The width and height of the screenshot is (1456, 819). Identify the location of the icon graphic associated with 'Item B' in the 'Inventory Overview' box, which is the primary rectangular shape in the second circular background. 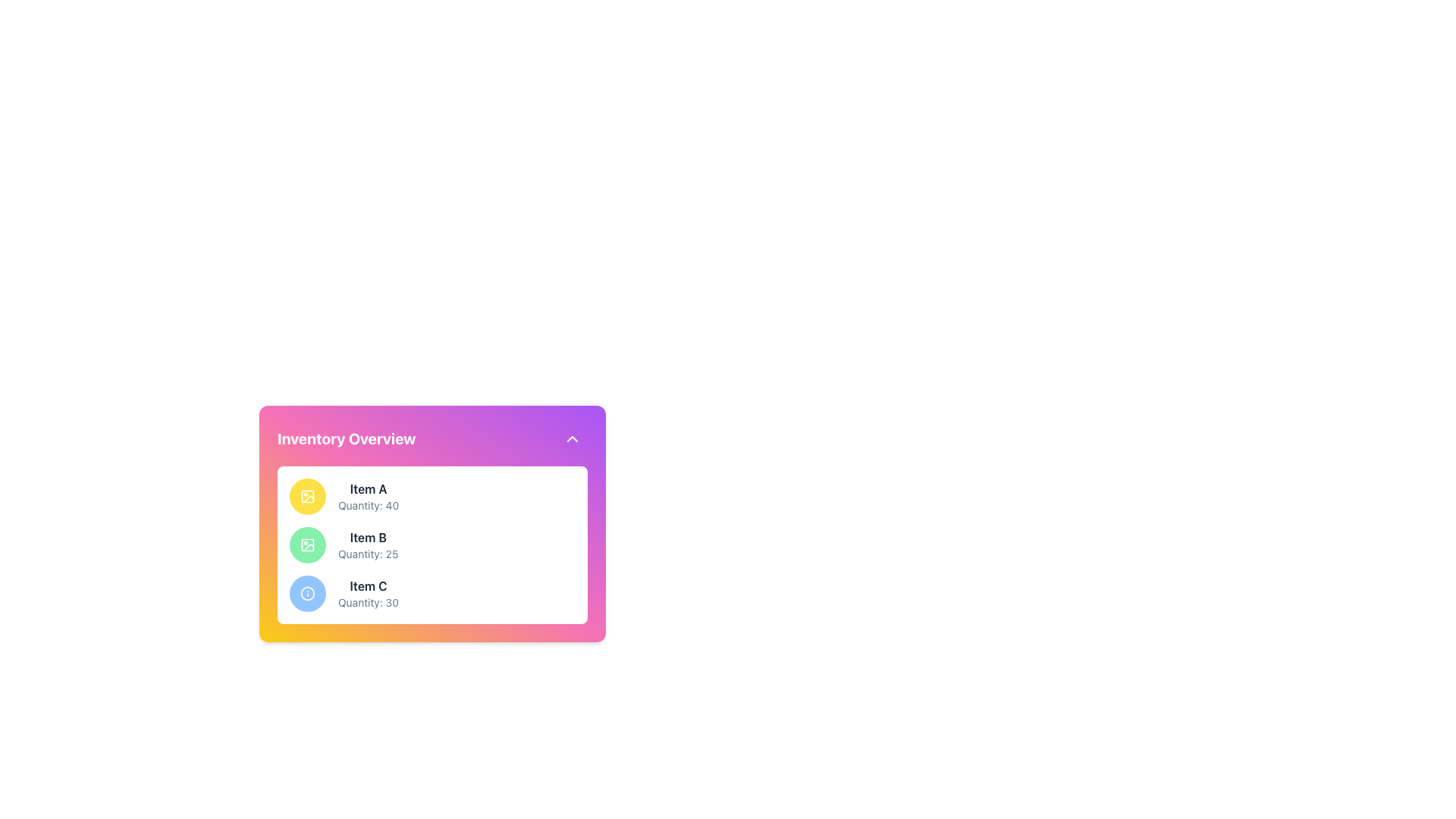
(307, 544).